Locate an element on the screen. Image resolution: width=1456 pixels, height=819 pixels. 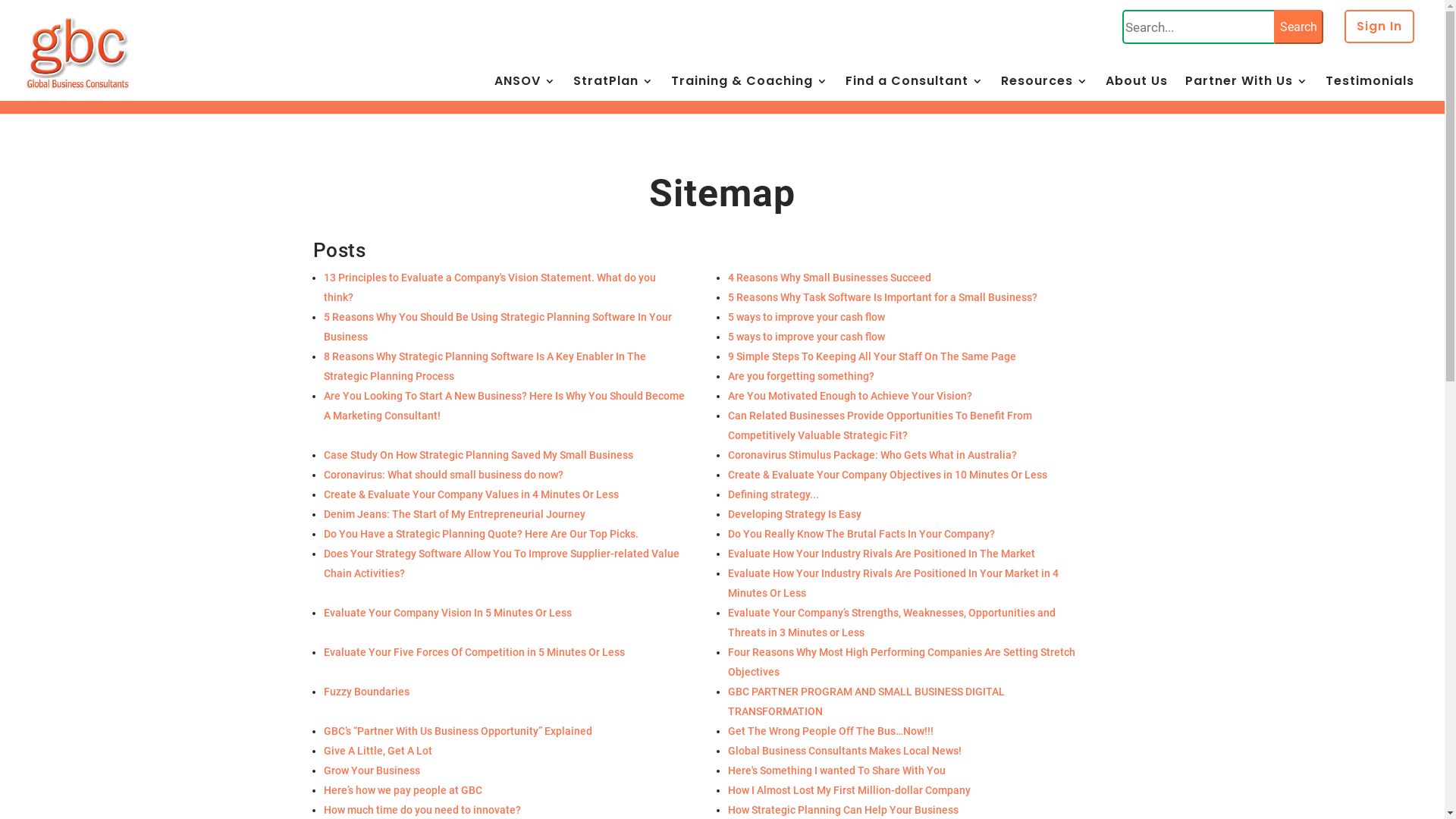
'Partner With Us' is located at coordinates (1246, 90).